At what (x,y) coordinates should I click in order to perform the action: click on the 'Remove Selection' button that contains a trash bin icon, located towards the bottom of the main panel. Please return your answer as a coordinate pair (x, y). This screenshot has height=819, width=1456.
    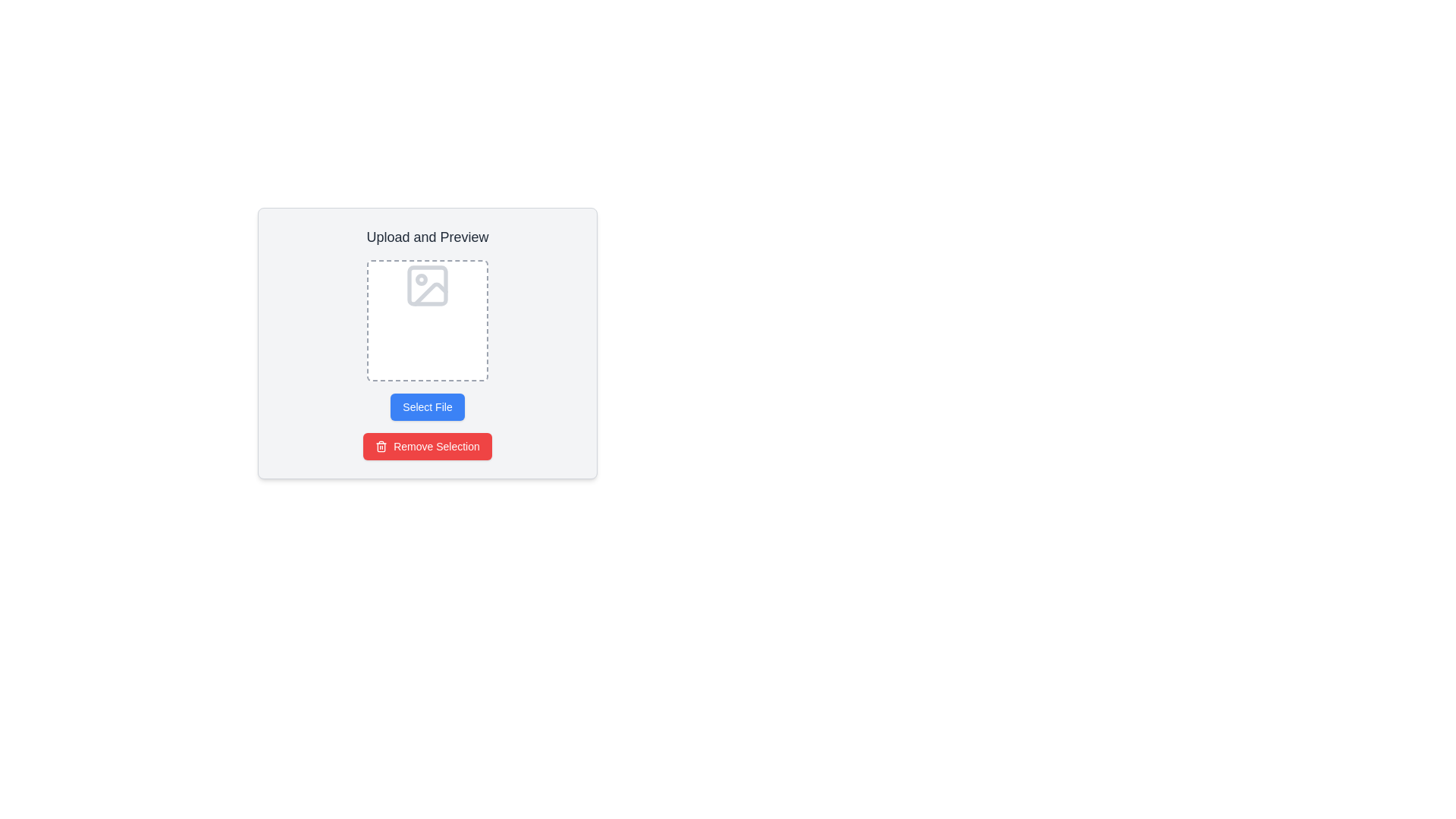
    Looking at the image, I should click on (381, 446).